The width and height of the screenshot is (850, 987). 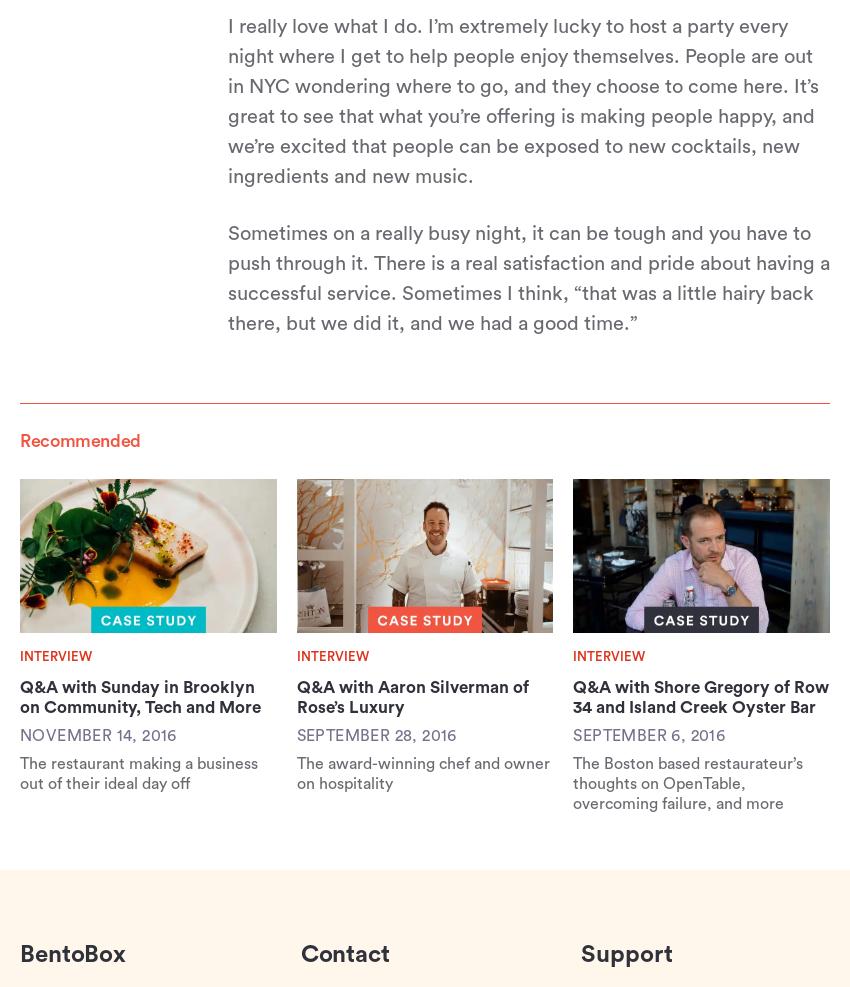 I want to click on 'September 28, 2016', so click(x=375, y=734).